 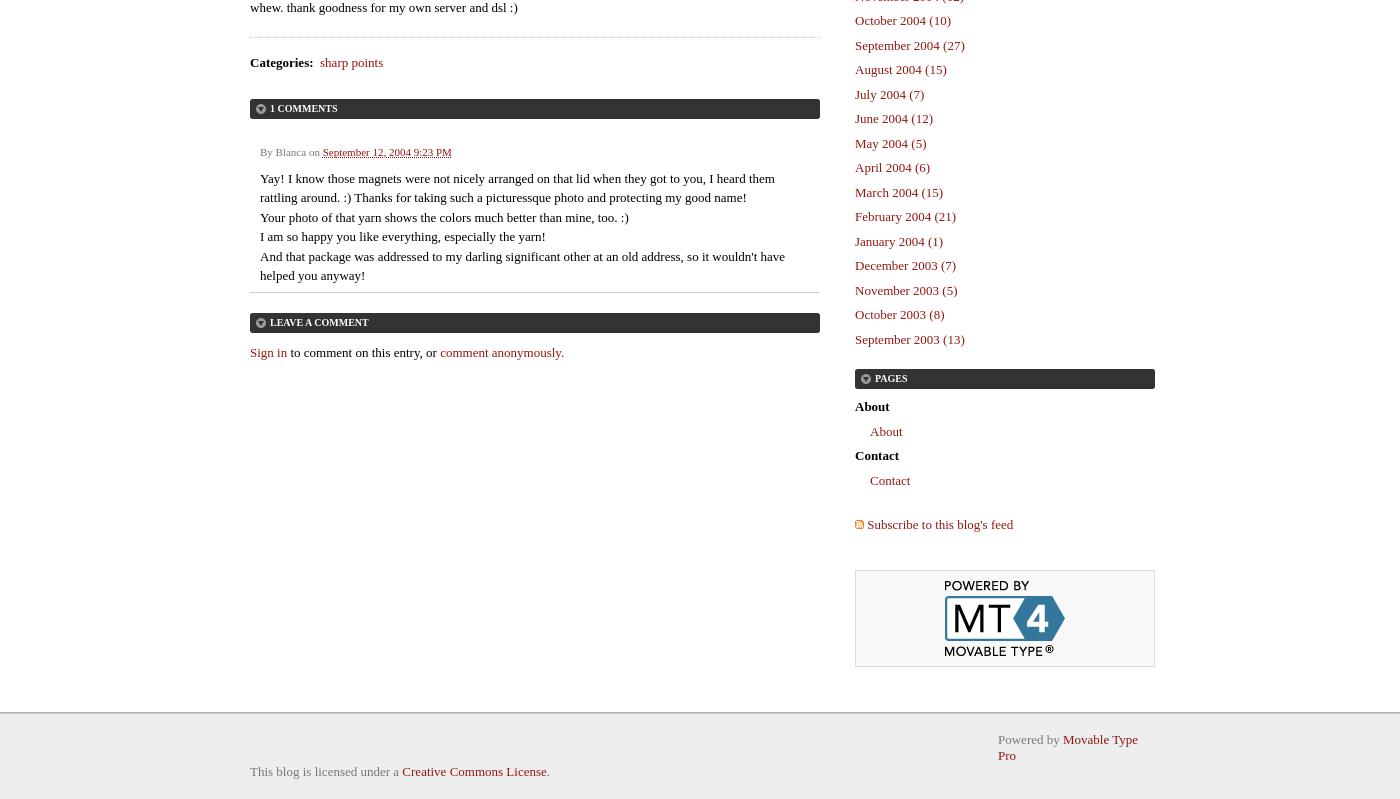 I want to click on 'Pages', so click(x=890, y=378).